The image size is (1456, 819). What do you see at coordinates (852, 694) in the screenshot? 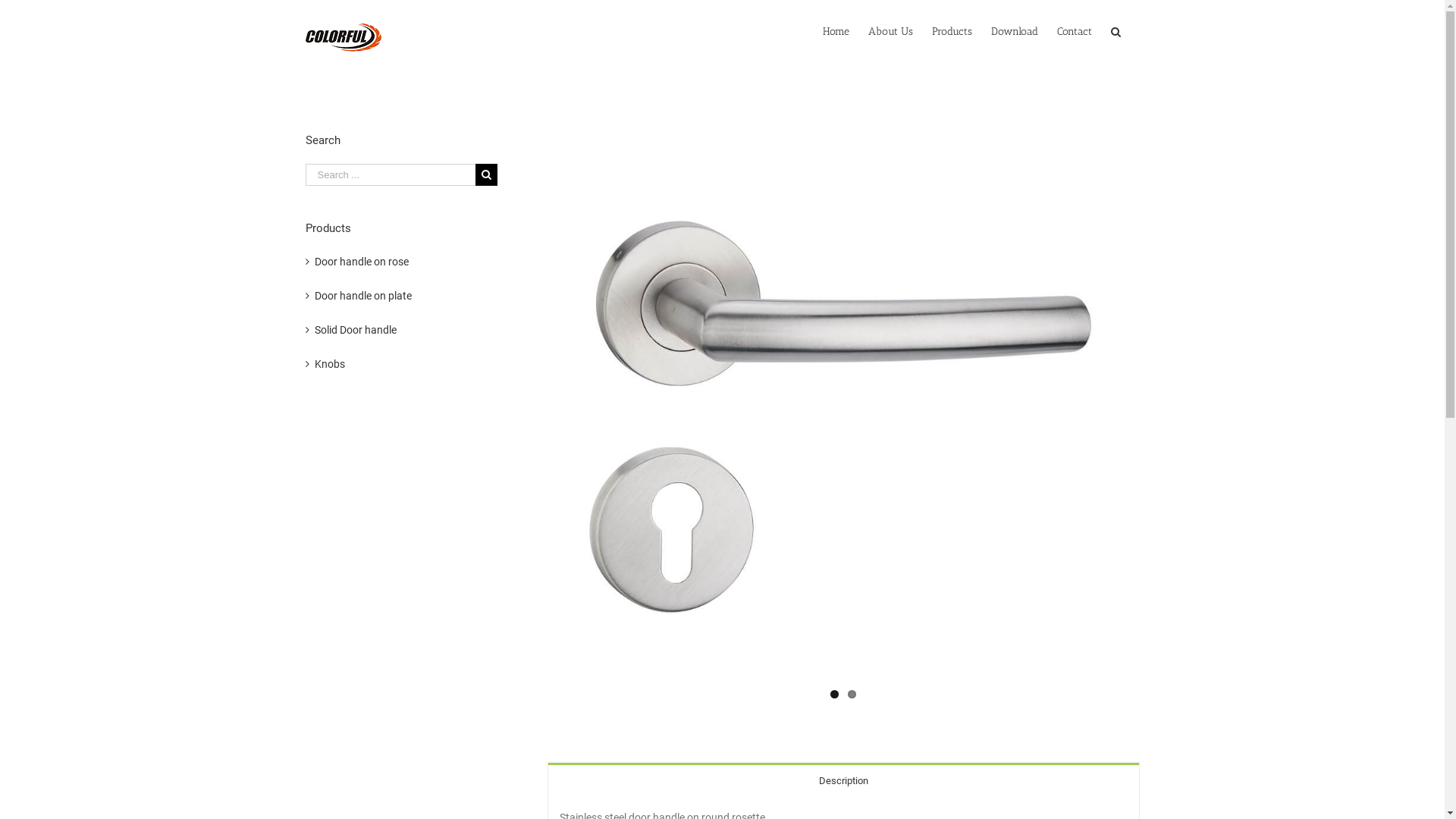
I see `'2'` at bounding box center [852, 694].